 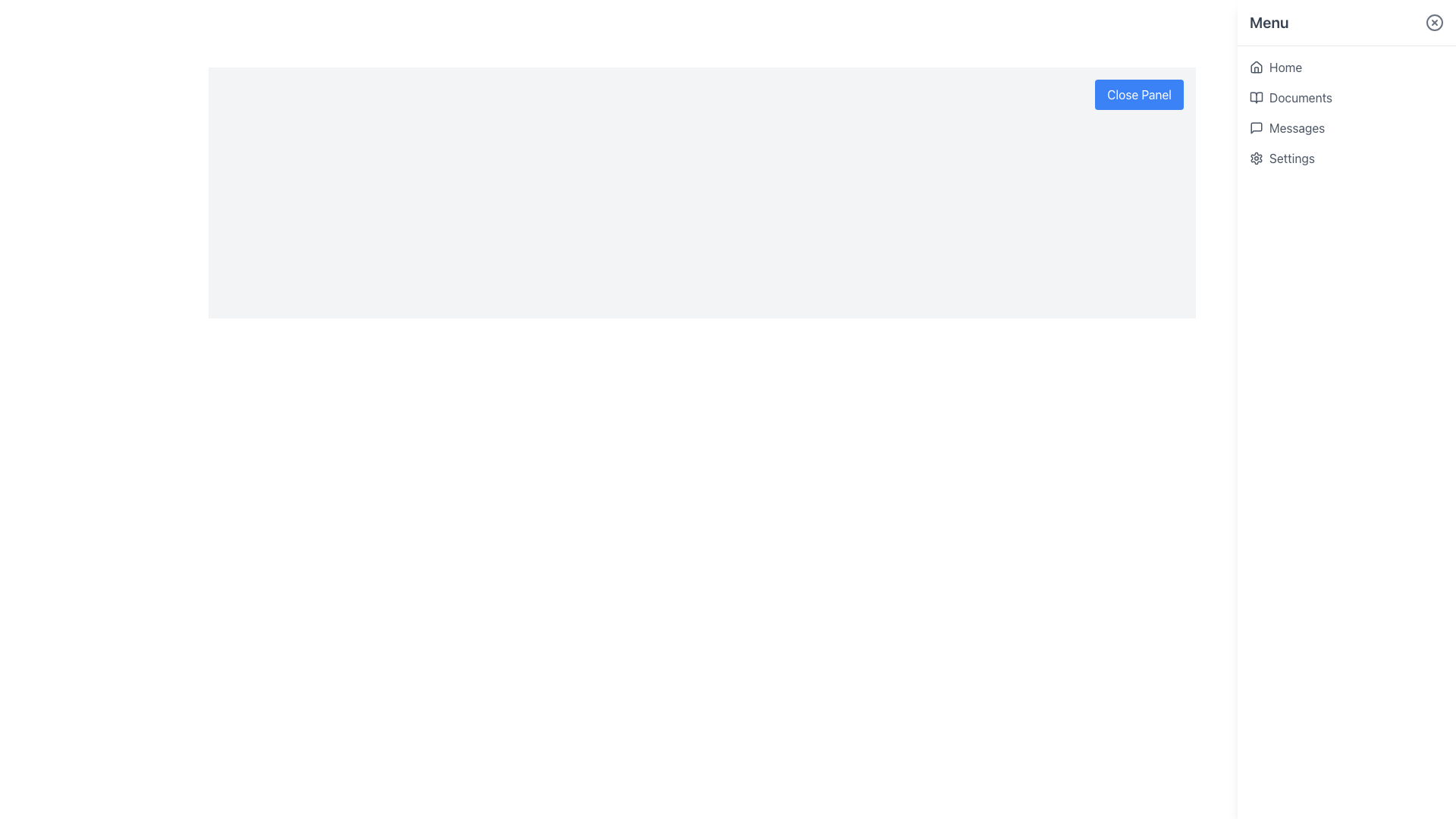 I want to click on the 'Documents' button, which is the second item in the vertical menu under 'Menu', so click(x=1347, y=97).